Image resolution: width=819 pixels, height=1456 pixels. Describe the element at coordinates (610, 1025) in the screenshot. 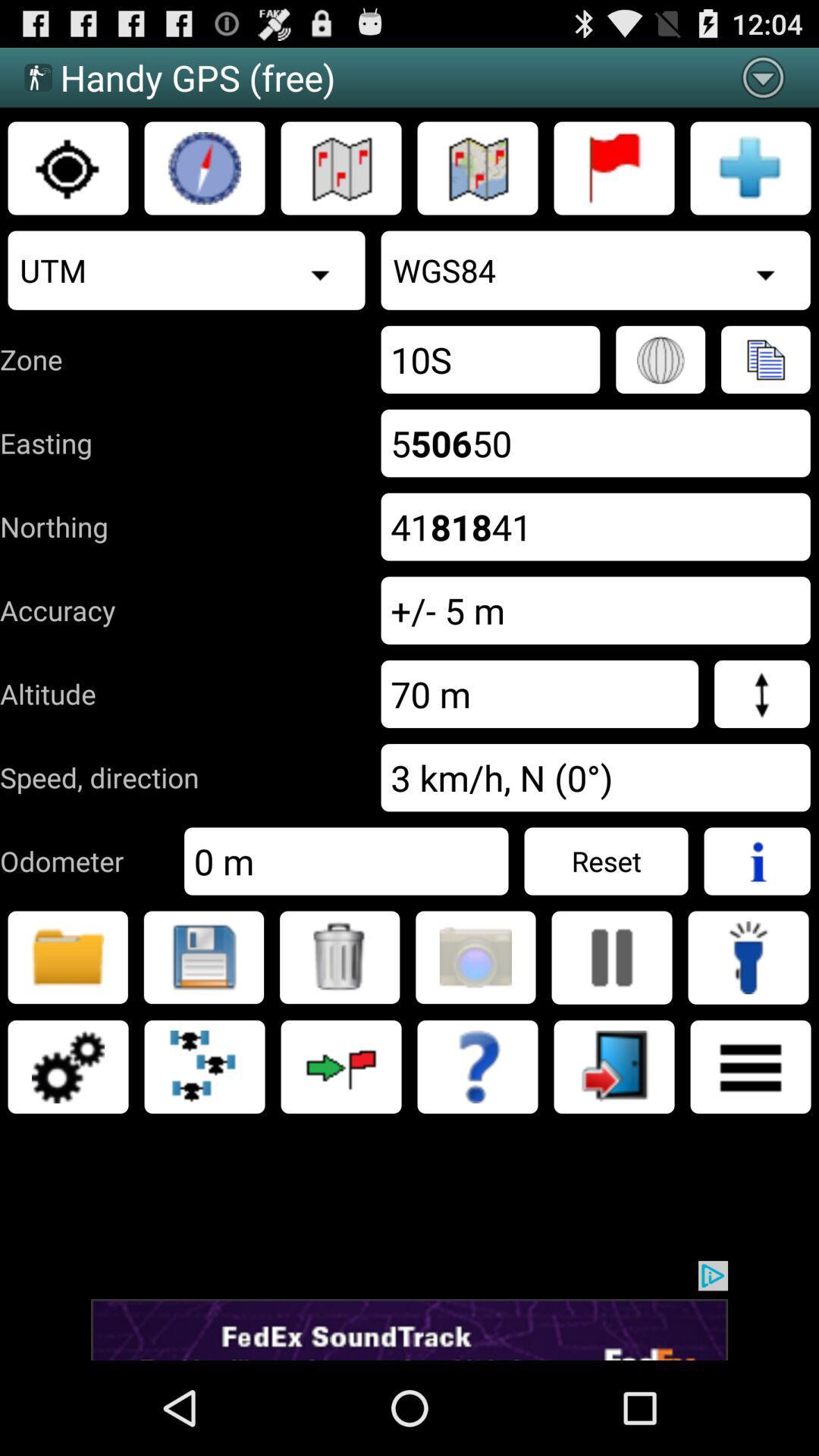

I see `the pause icon` at that location.